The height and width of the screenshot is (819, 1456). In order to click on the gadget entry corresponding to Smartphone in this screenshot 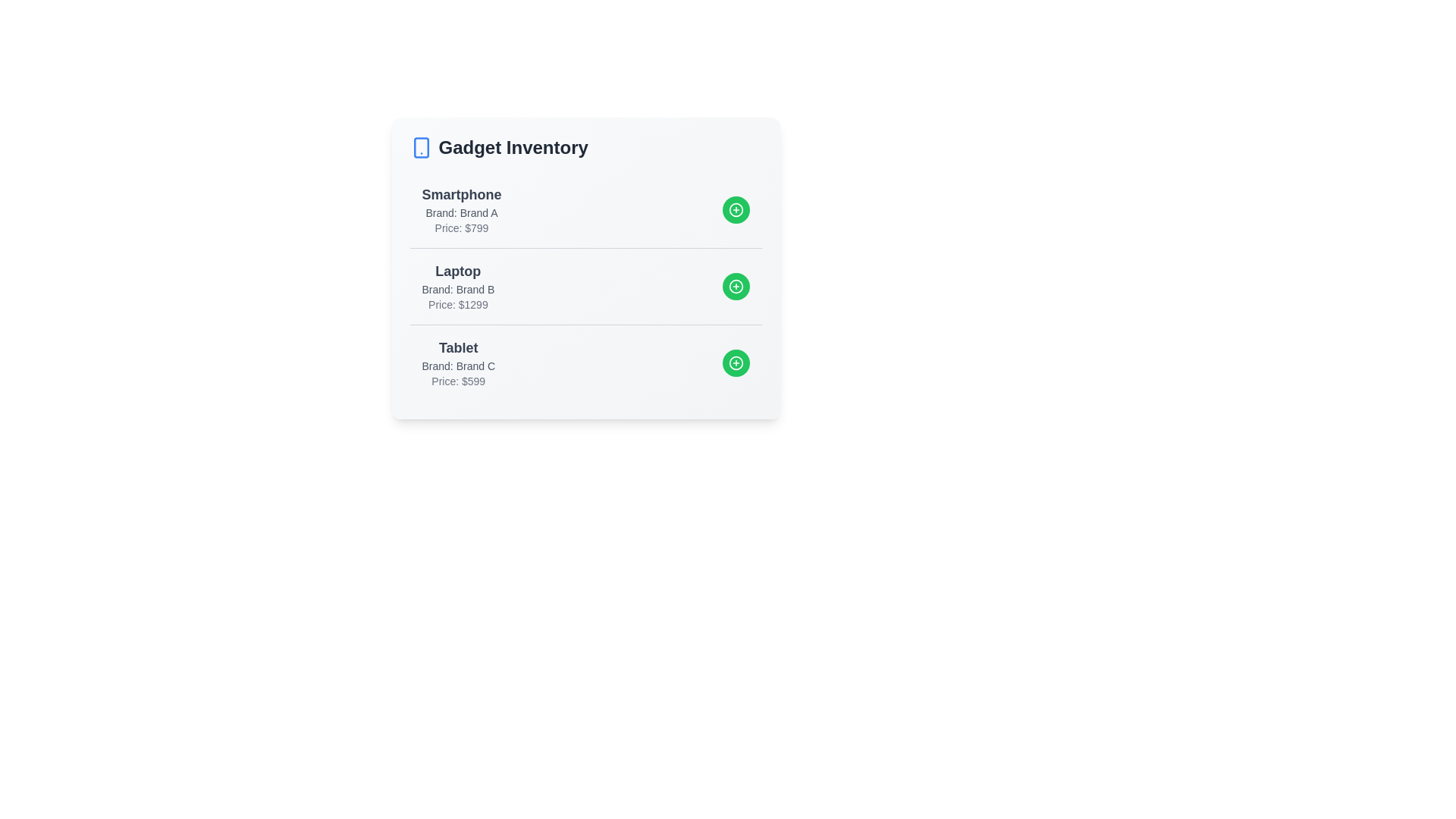, I will do `click(585, 210)`.